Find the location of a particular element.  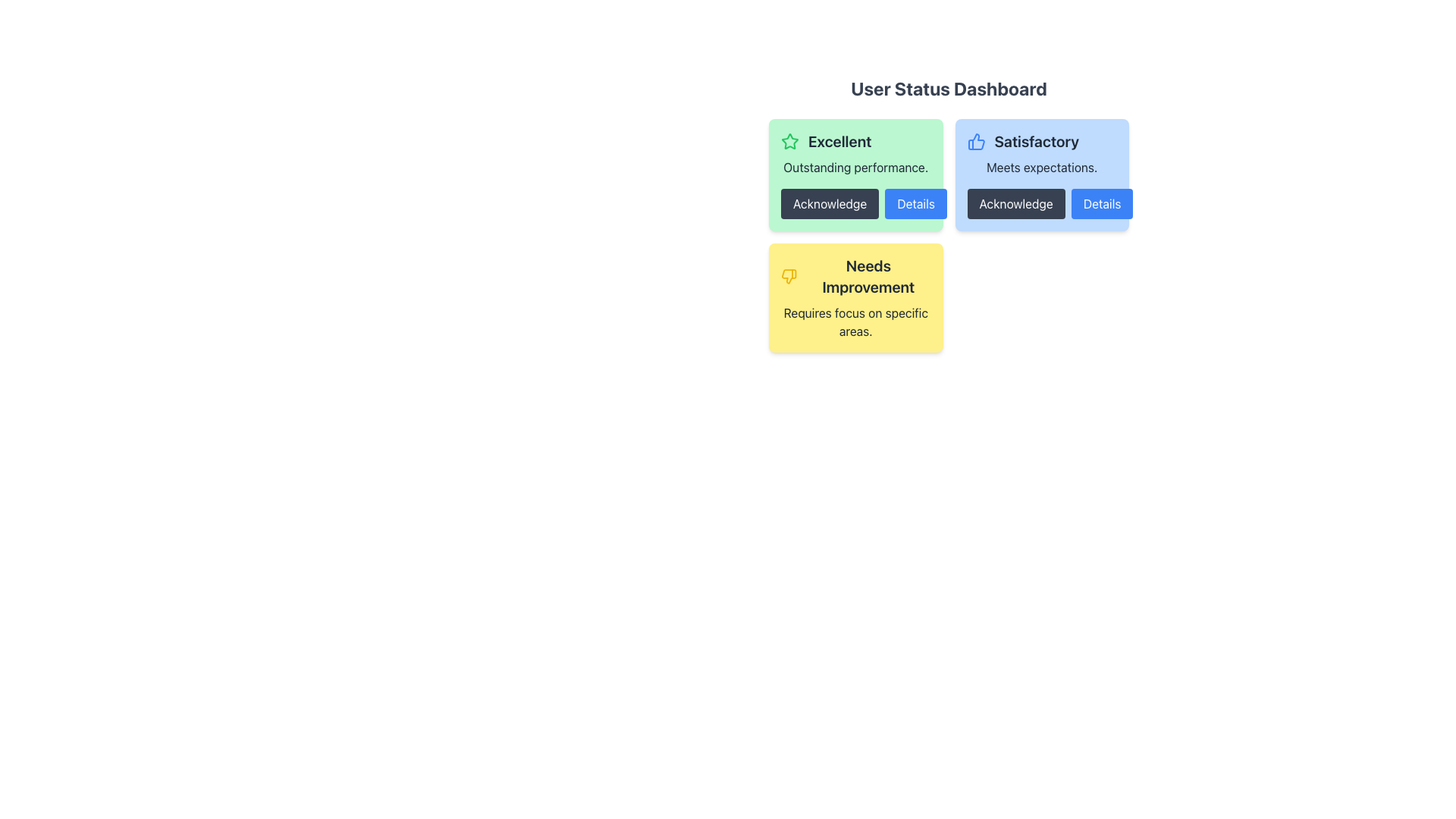

the 'Acknowledge' button, a rectangular button with a dark gray background and white text, located in the 'Satisfactory' section of the UI is located at coordinates (1015, 203).